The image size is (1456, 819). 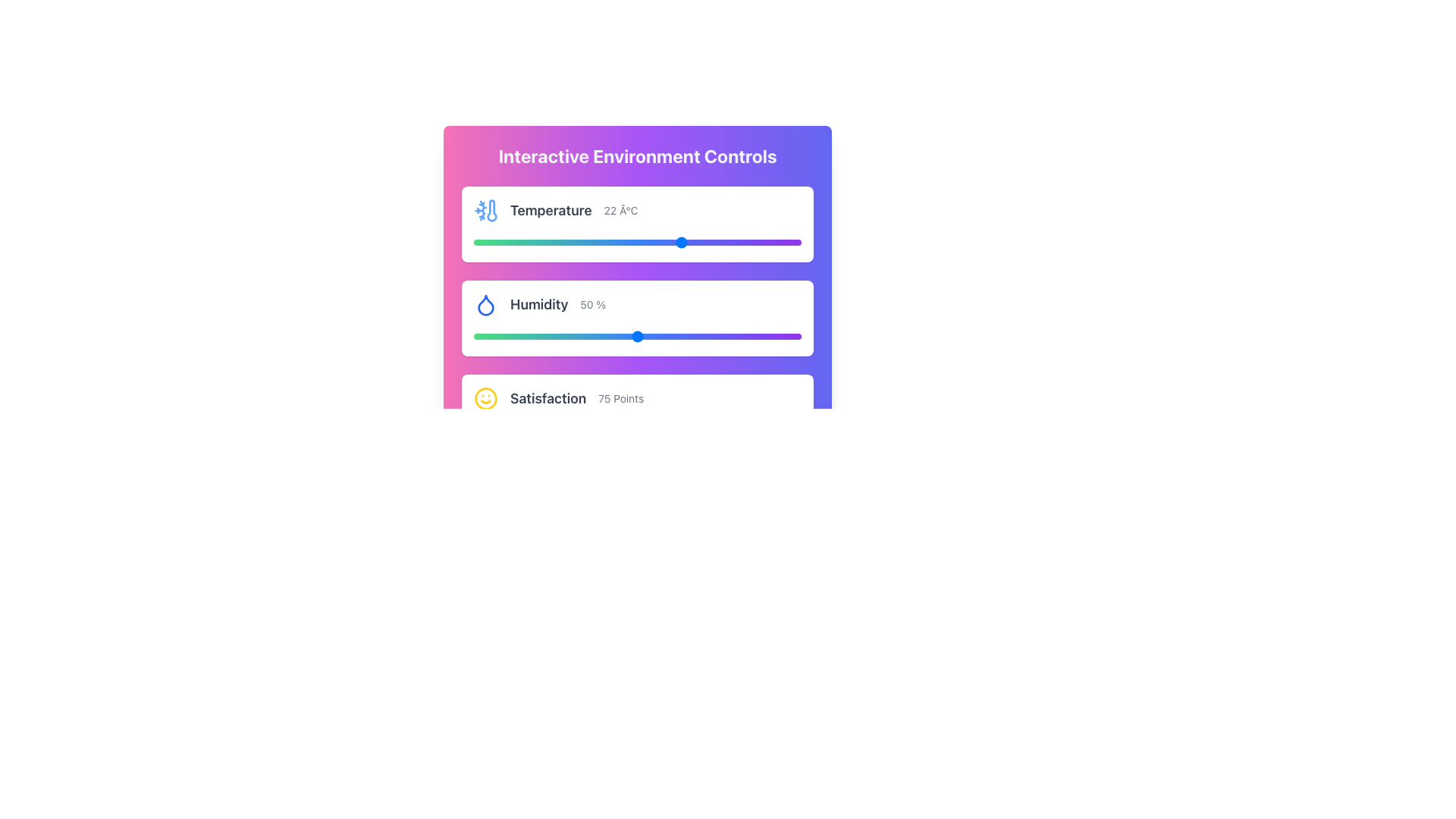 What do you see at coordinates (578, 335) in the screenshot?
I see `humidity` at bounding box center [578, 335].